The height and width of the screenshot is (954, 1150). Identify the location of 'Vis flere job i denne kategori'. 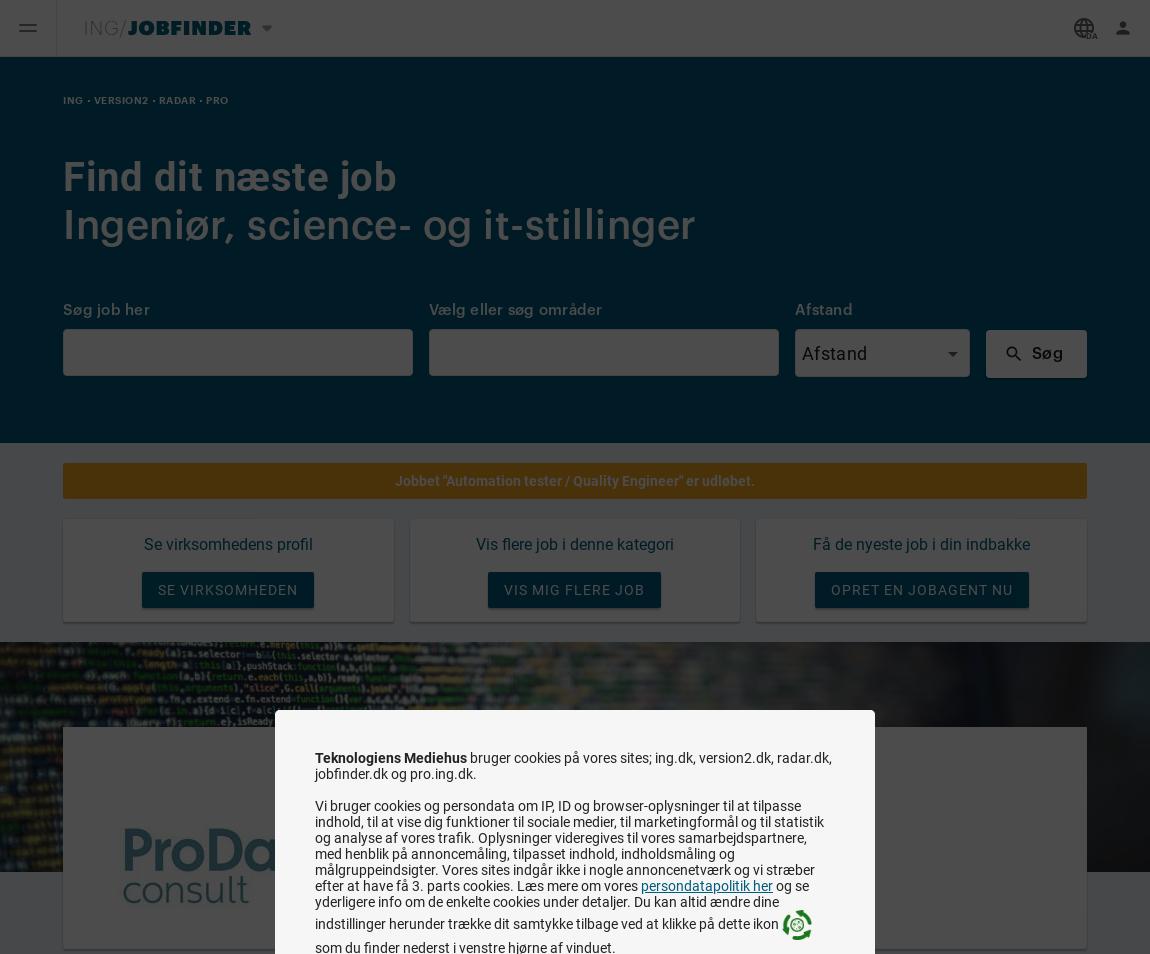
(573, 542).